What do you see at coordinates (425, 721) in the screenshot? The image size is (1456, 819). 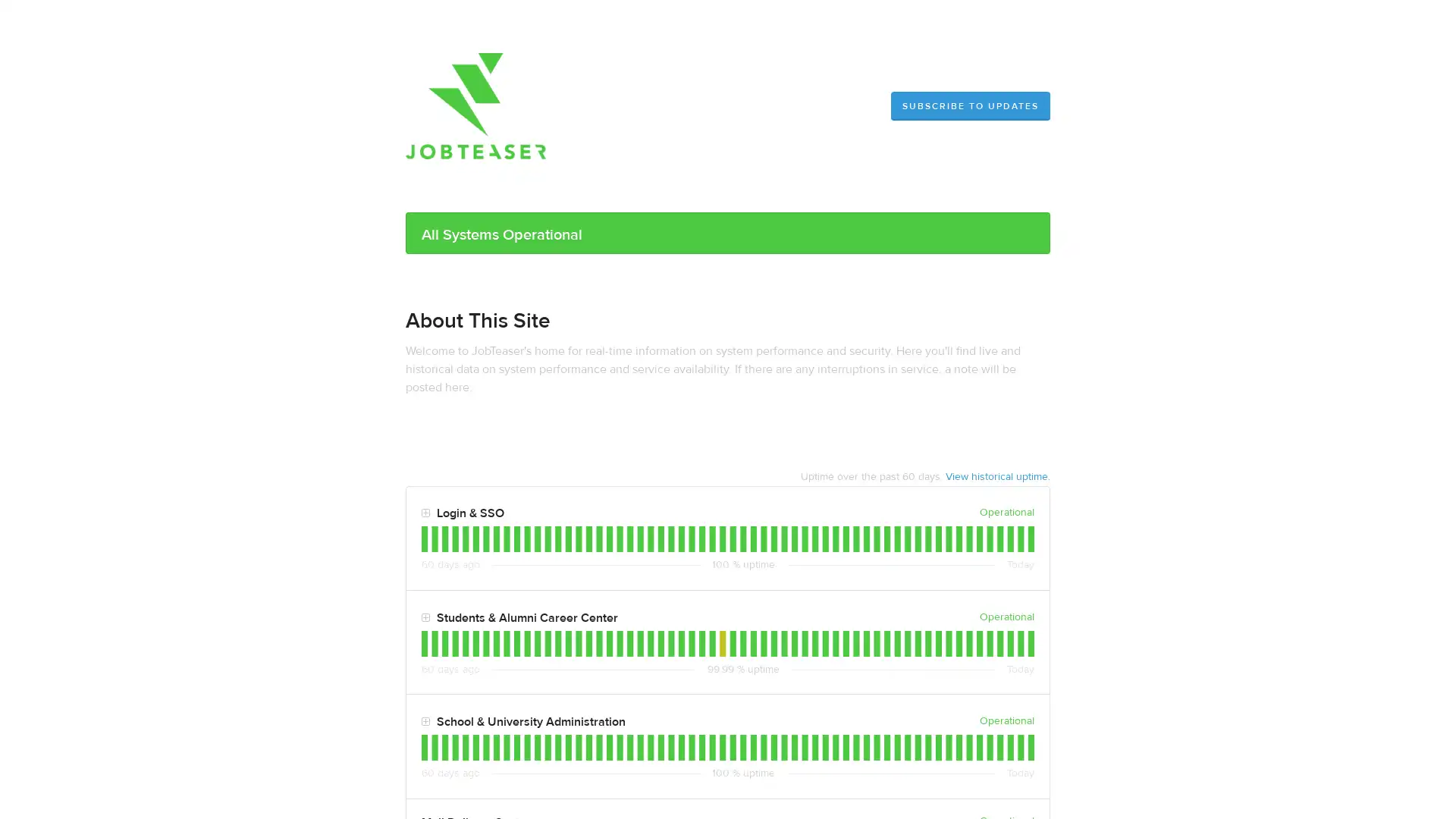 I see `Toggle School & University Administration` at bounding box center [425, 721].